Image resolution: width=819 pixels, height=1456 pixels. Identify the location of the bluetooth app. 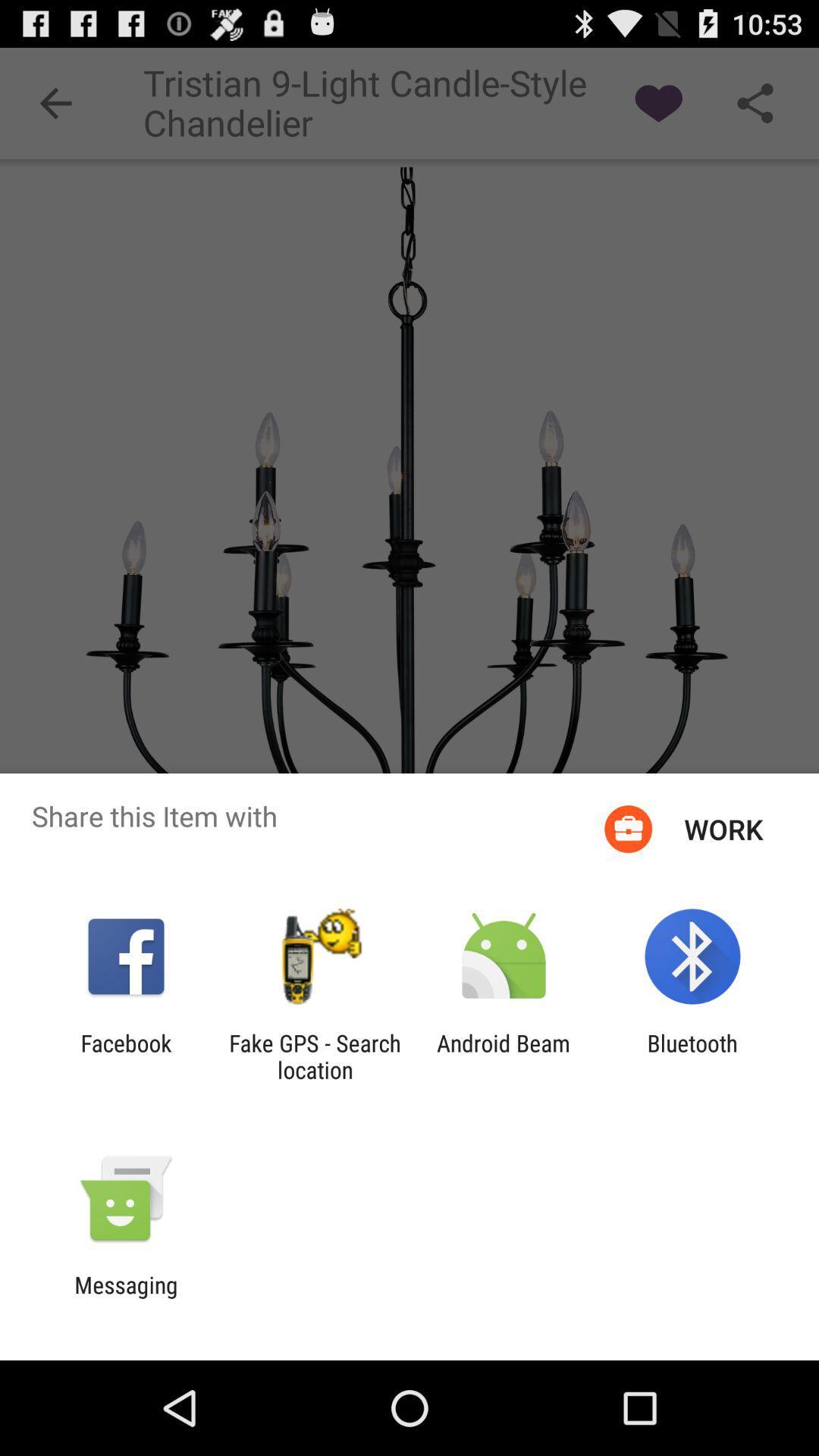
(692, 1056).